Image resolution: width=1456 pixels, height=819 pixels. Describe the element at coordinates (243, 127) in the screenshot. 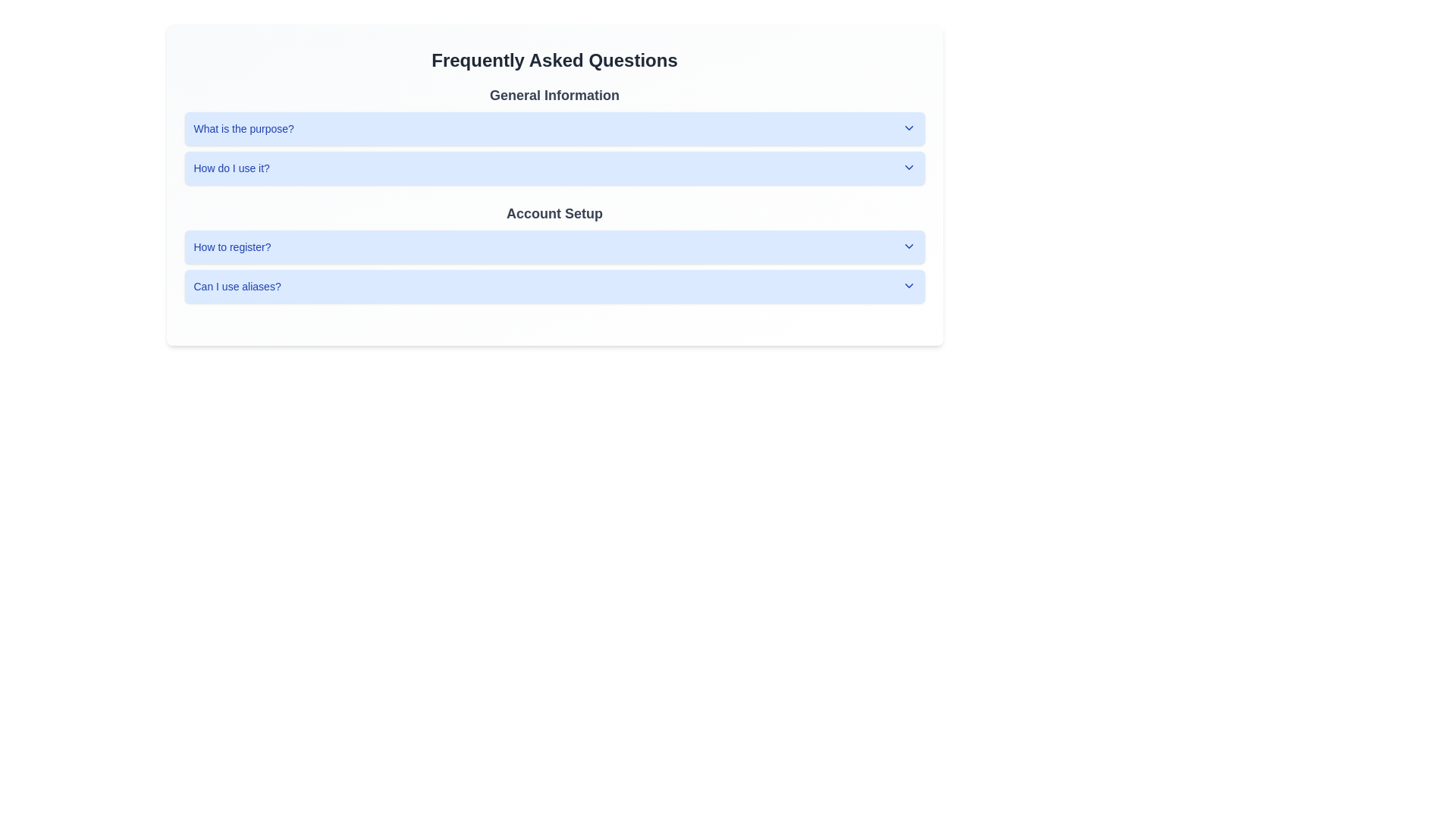

I see `text of the header question in the collapsible FAQ entry located at the top of the 'General Information' section, identifiable as the first question above 'How do I use it?'` at that location.